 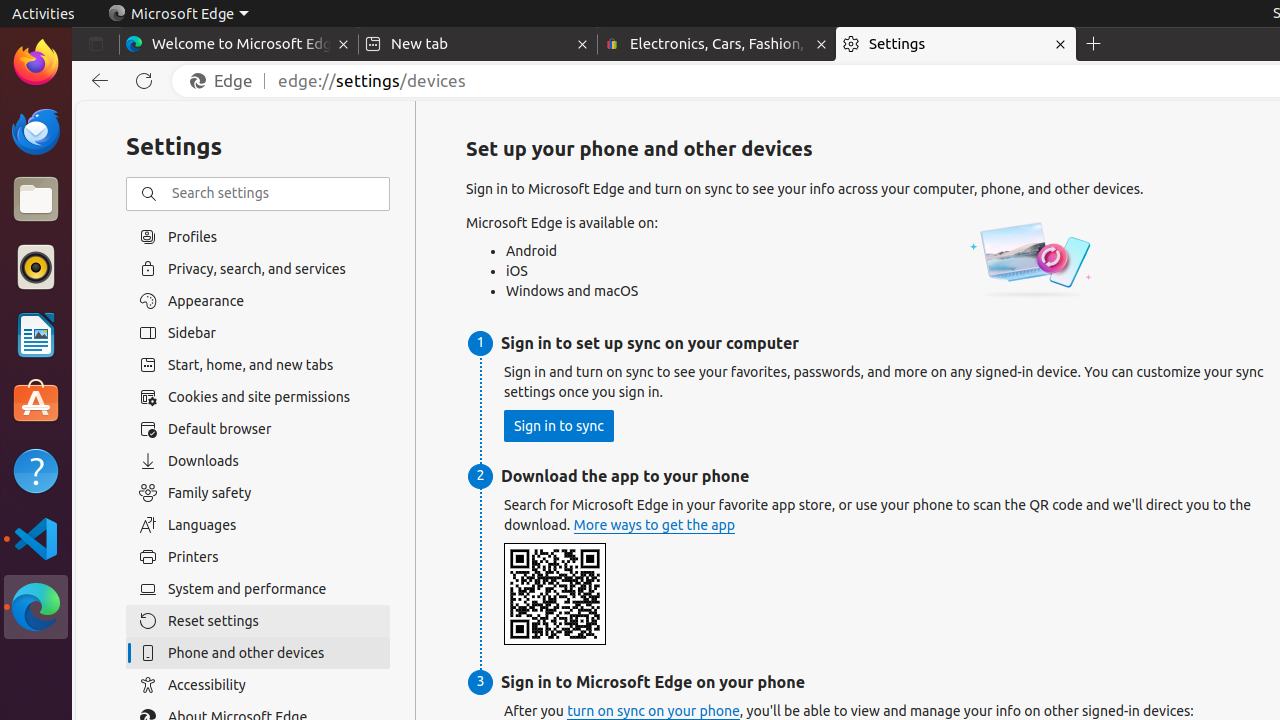 What do you see at coordinates (257, 652) in the screenshot?
I see `'Phone and other devices'` at bounding box center [257, 652].